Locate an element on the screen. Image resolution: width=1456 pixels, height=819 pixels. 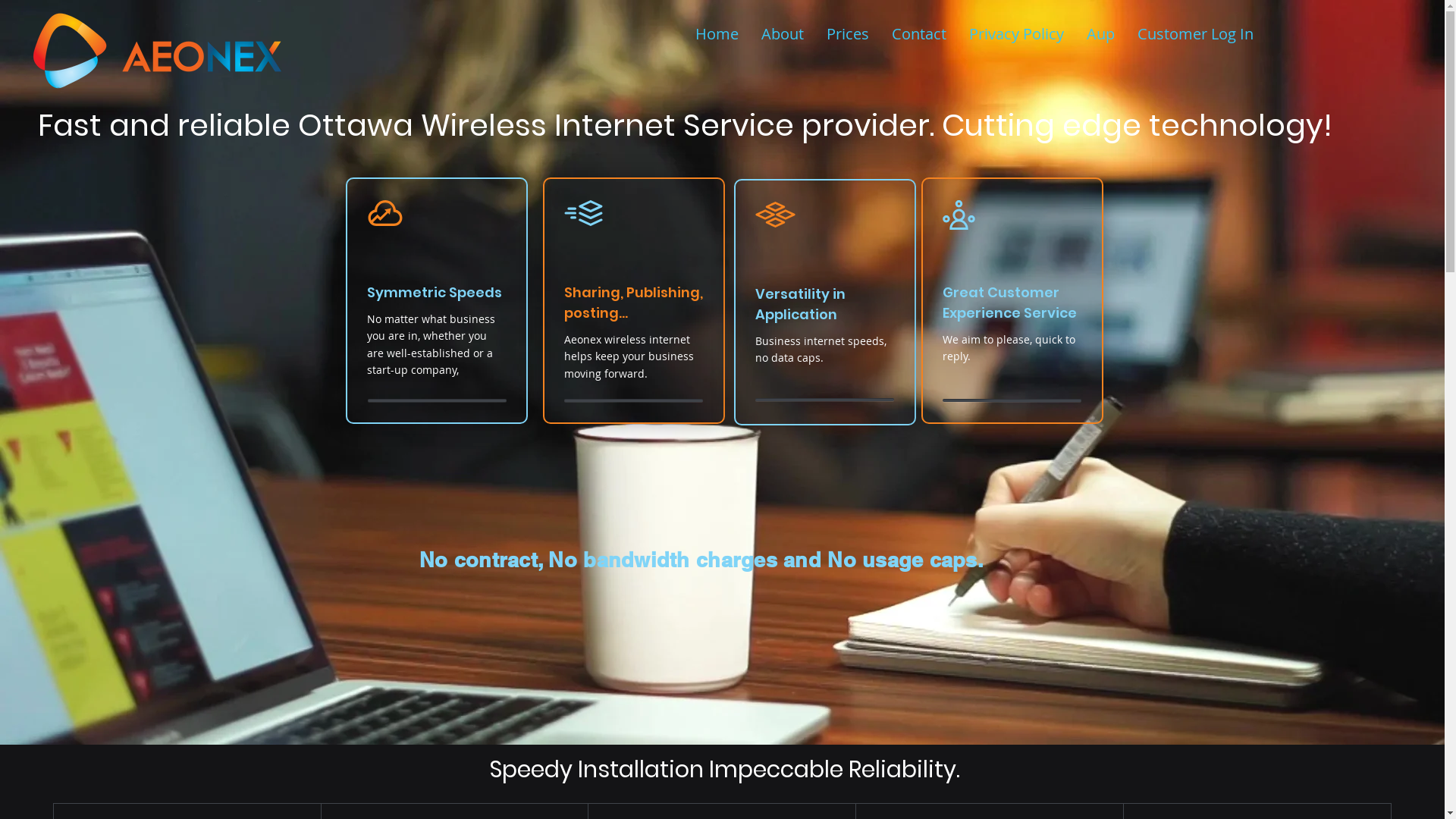
'Home' is located at coordinates (716, 34).